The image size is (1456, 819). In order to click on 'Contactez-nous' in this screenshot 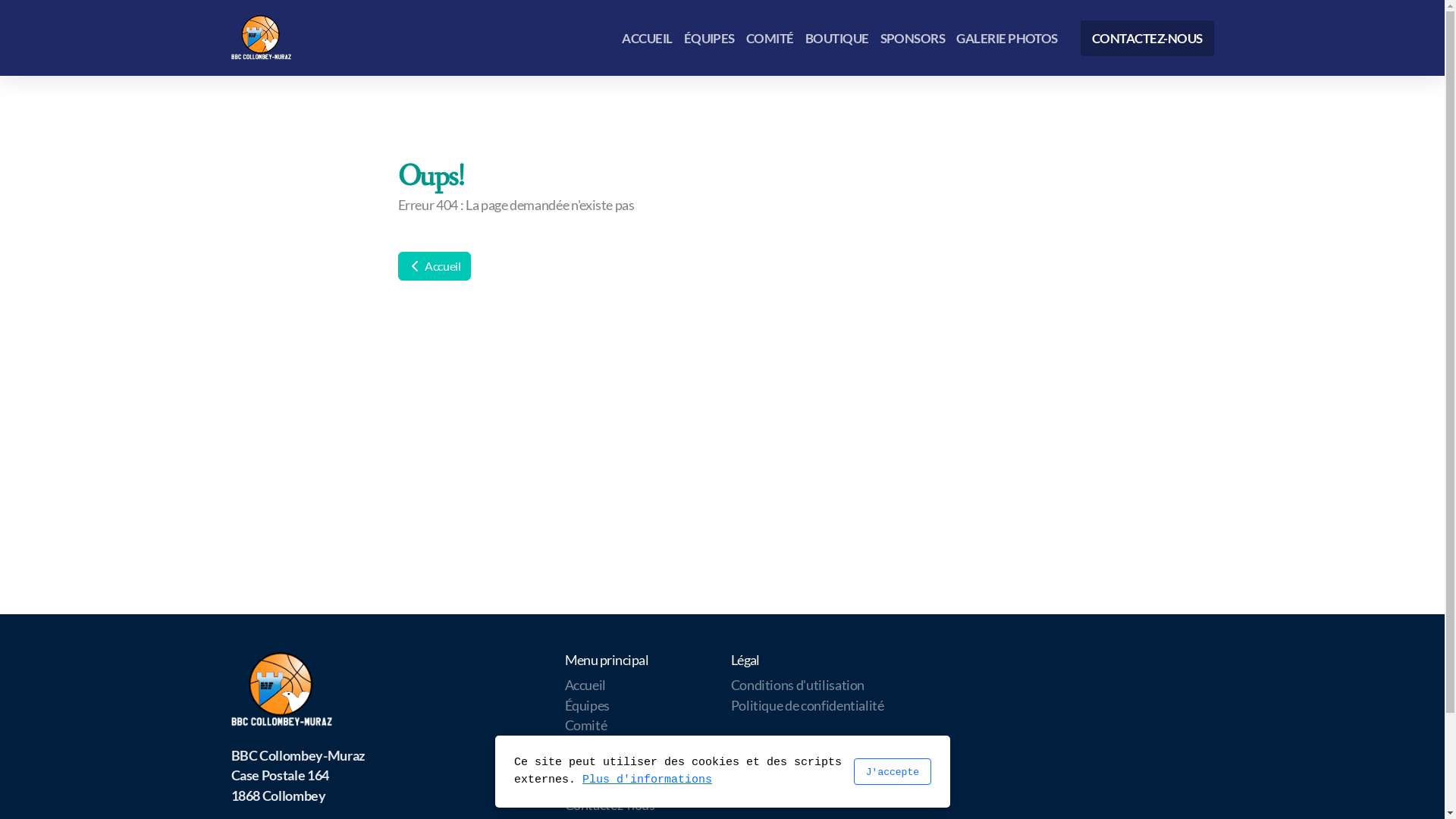, I will do `click(563, 804)`.